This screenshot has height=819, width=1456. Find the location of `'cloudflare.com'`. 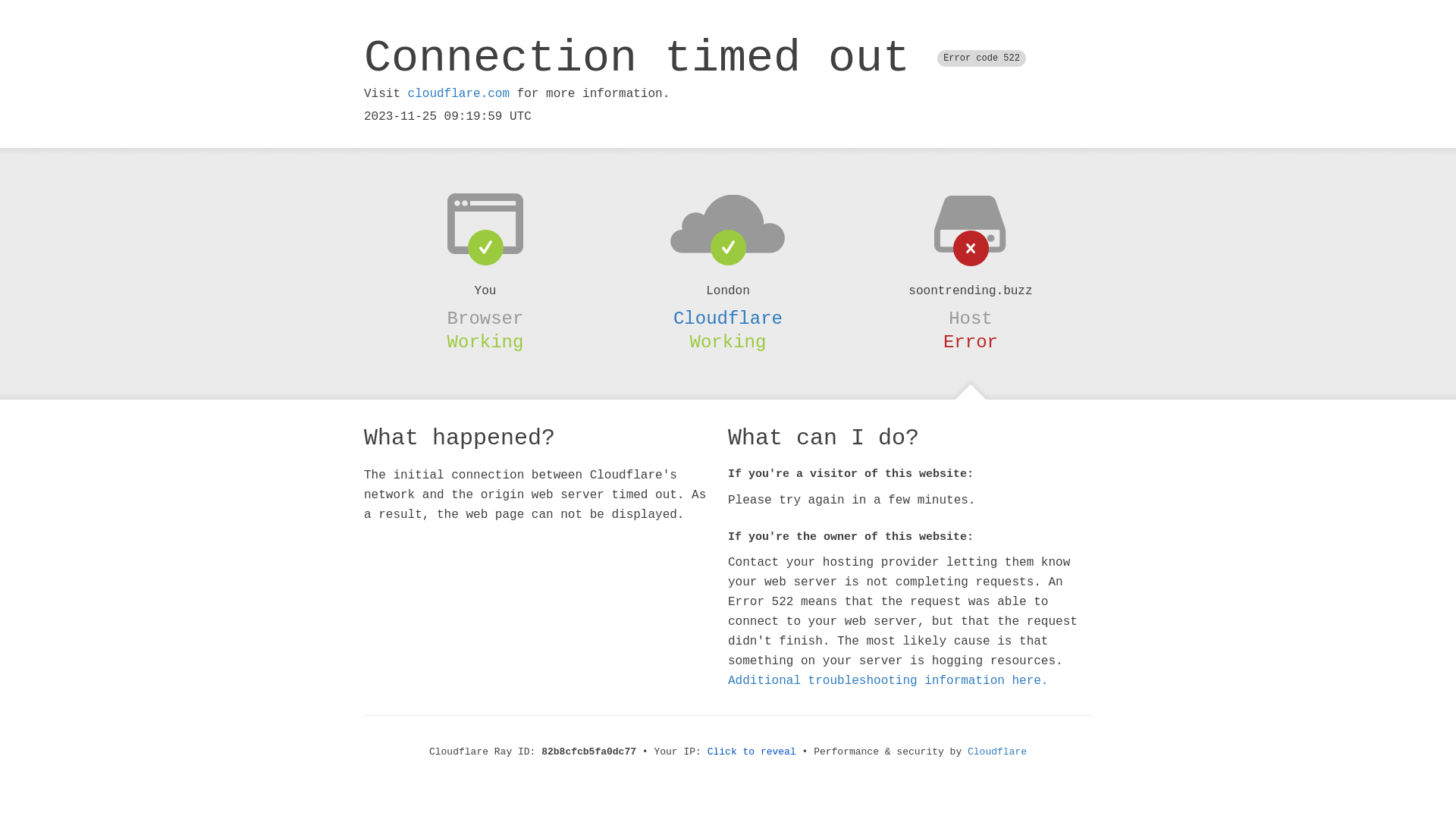

'cloudflare.com' is located at coordinates (407, 93).